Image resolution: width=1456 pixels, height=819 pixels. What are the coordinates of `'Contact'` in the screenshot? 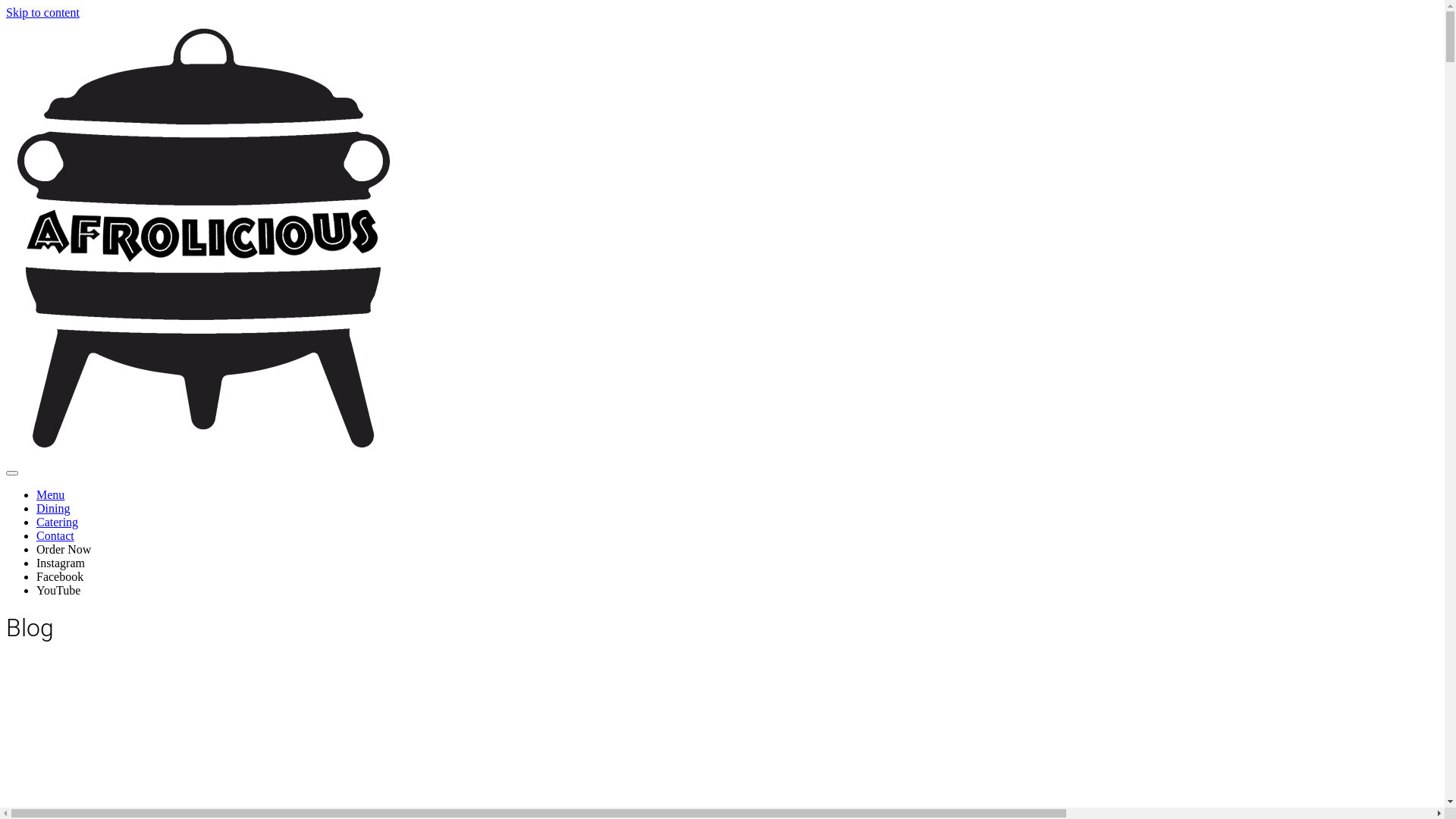 It's located at (36, 535).